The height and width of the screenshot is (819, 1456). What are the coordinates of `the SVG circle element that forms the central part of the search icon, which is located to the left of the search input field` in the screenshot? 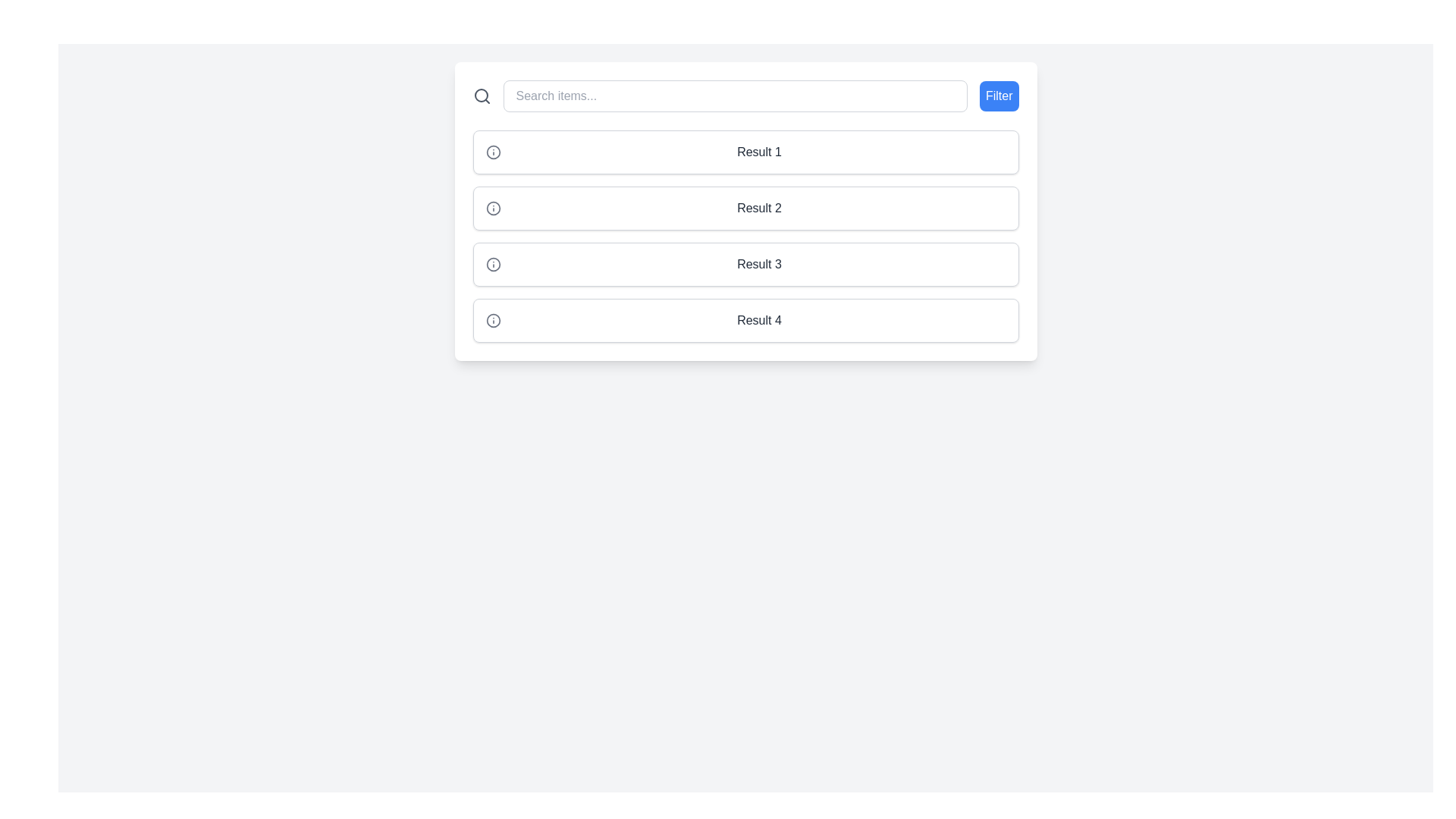 It's located at (480, 96).